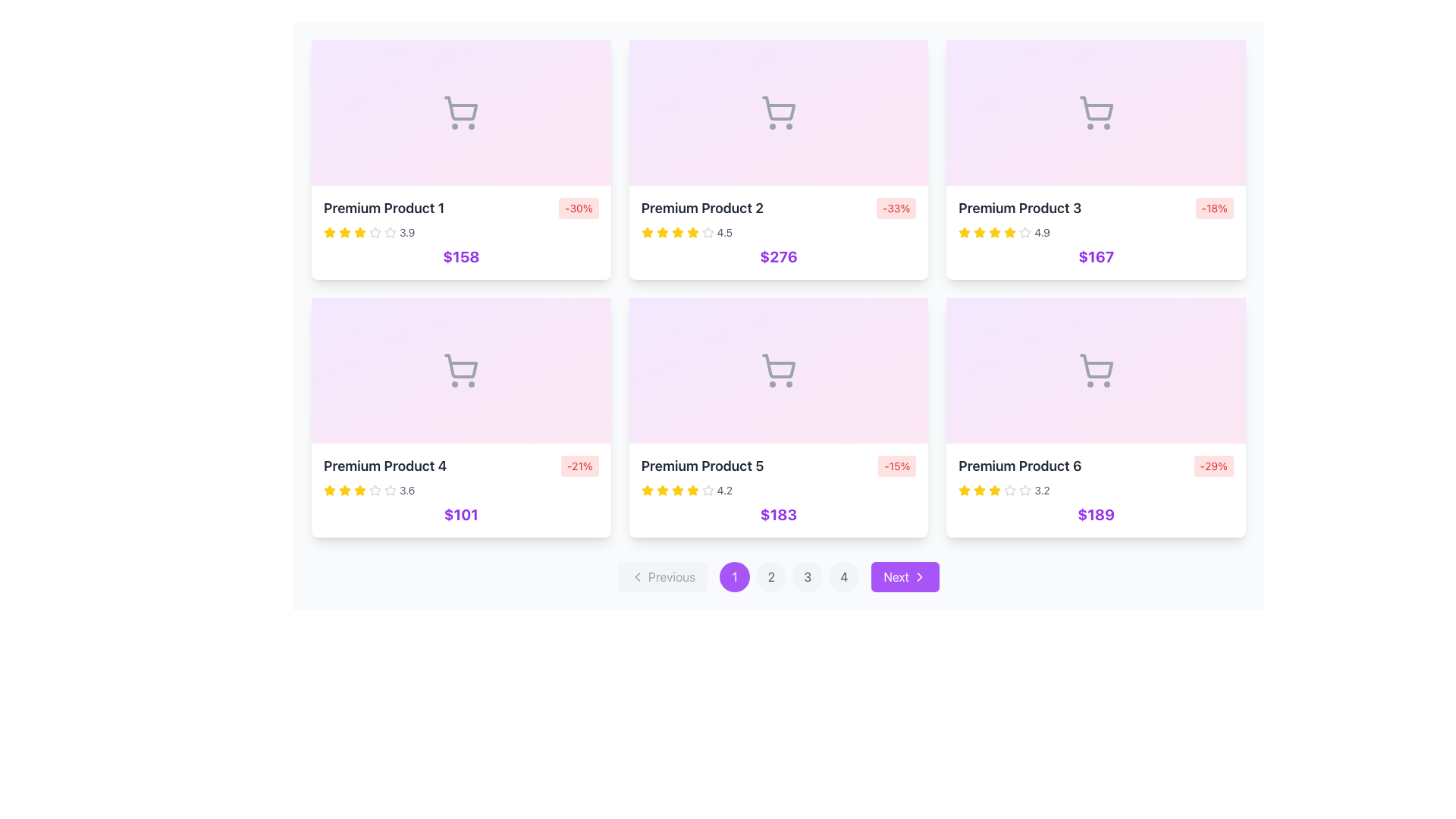  What do you see at coordinates (662, 490) in the screenshot?
I see `the third star icon in the rating system for the 'Premium Product 5', which indicates part of a numerical rating value of 4.2` at bounding box center [662, 490].